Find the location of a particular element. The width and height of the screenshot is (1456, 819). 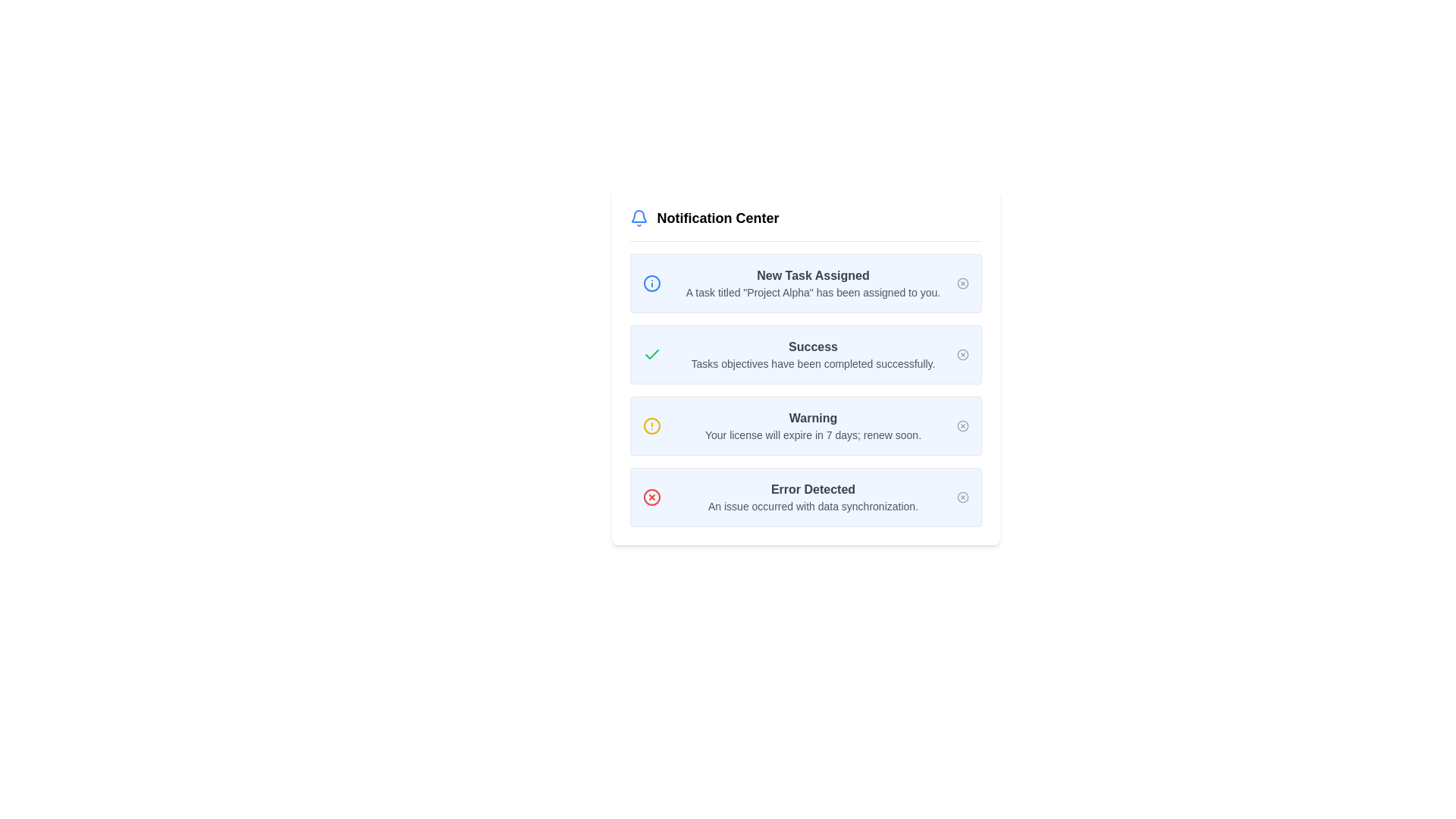

the Vector graphic icon indicating a successful action within the 'Success' notification in the second row of the notification list is located at coordinates (651, 354).